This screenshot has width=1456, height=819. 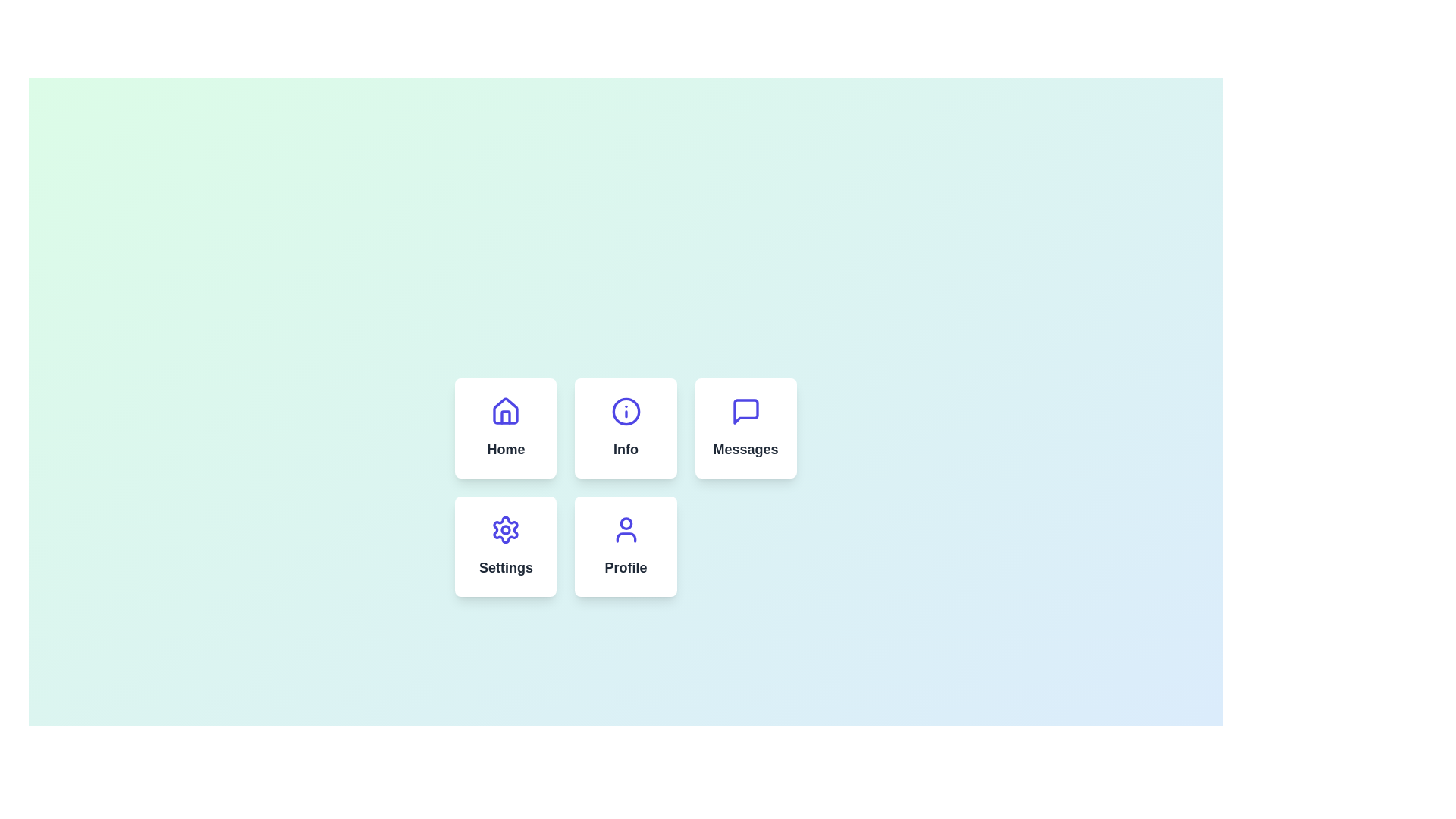 What do you see at coordinates (506, 547) in the screenshot?
I see `the settings button in the grid layout` at bounding box center [506, 547].